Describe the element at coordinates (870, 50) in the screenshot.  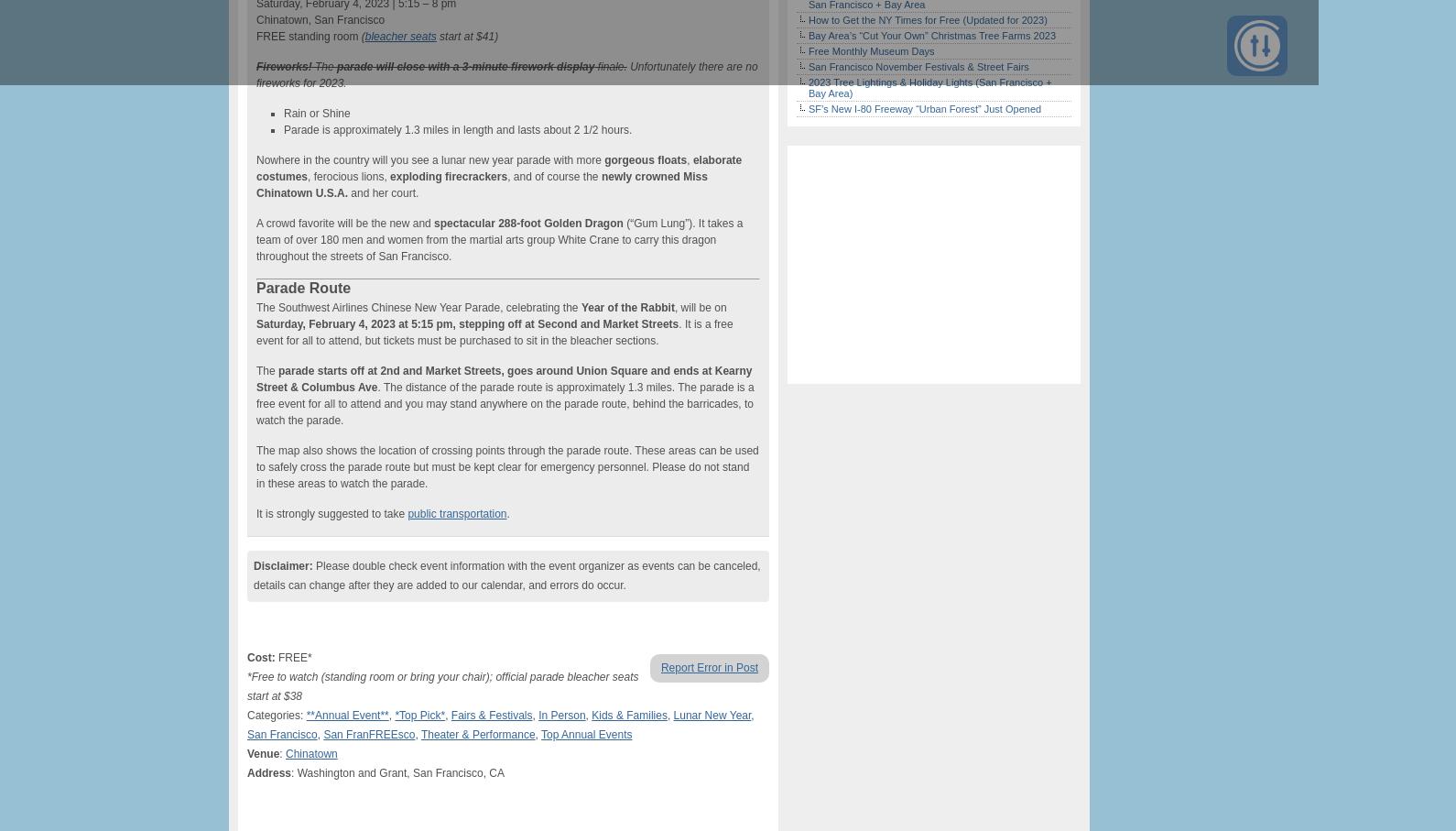
I see `'Free Monthly Museum Days'` at that location.